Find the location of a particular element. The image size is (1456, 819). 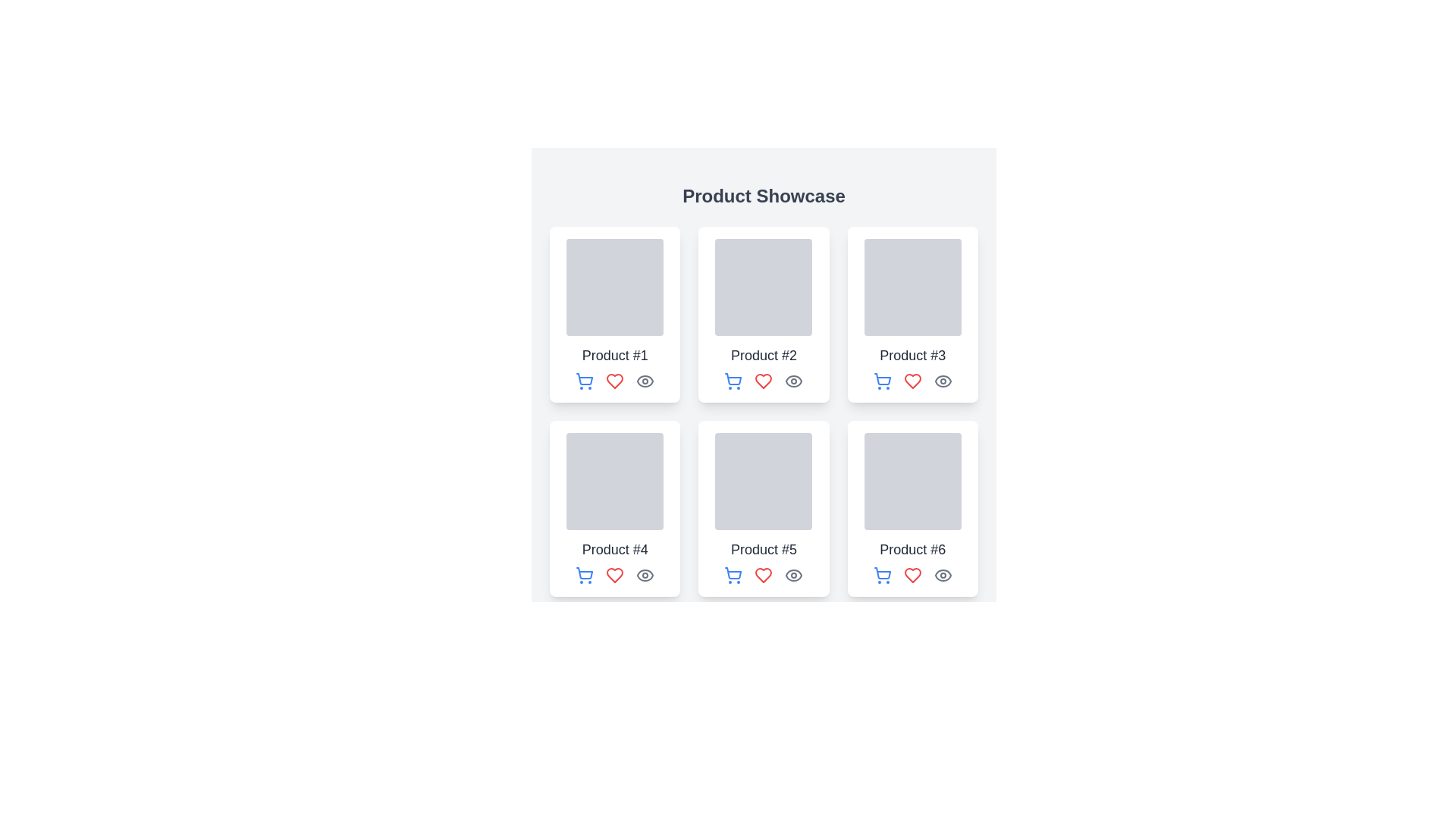

the static label for 'Product #2', which serves as an identifier in the product grid layout is located at coordinates (764, 356).